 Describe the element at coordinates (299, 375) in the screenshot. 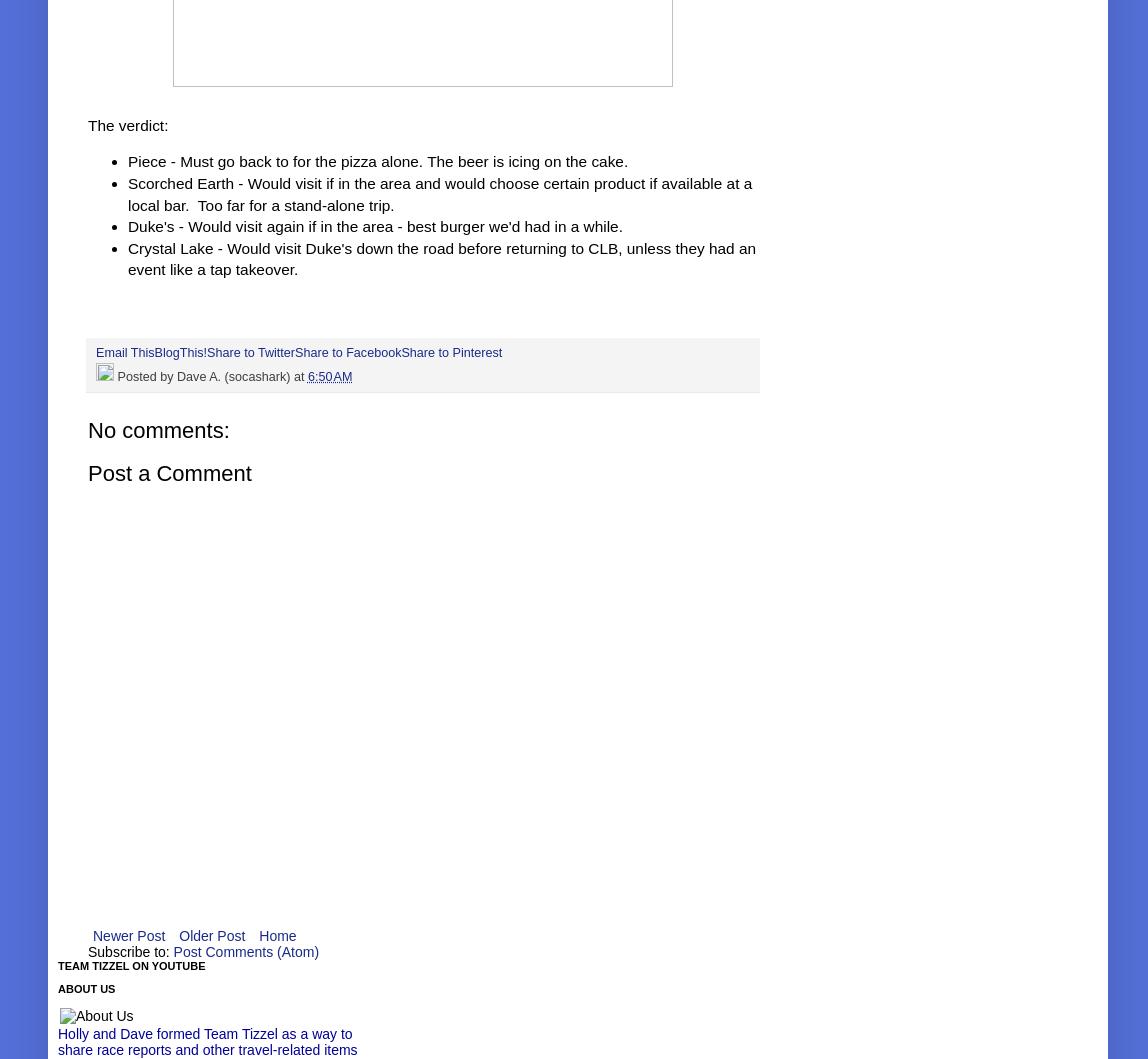

I see `'at'` at that location.